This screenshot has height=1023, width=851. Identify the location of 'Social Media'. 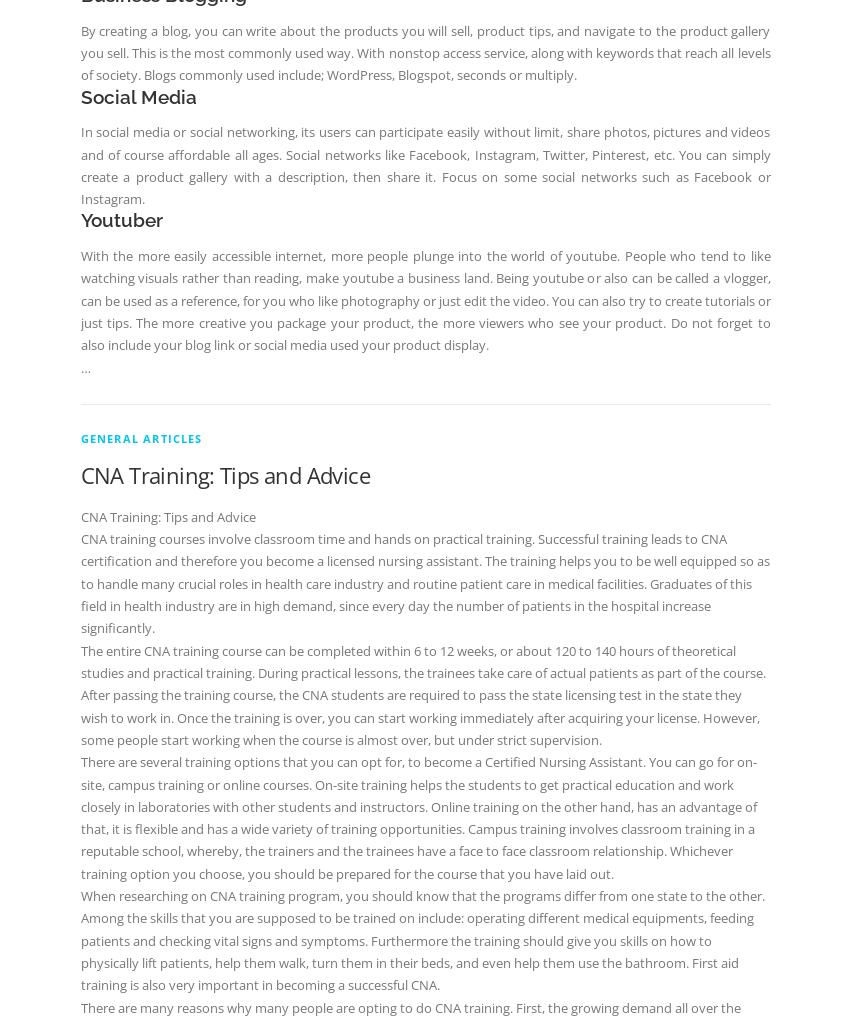
(78, 95).